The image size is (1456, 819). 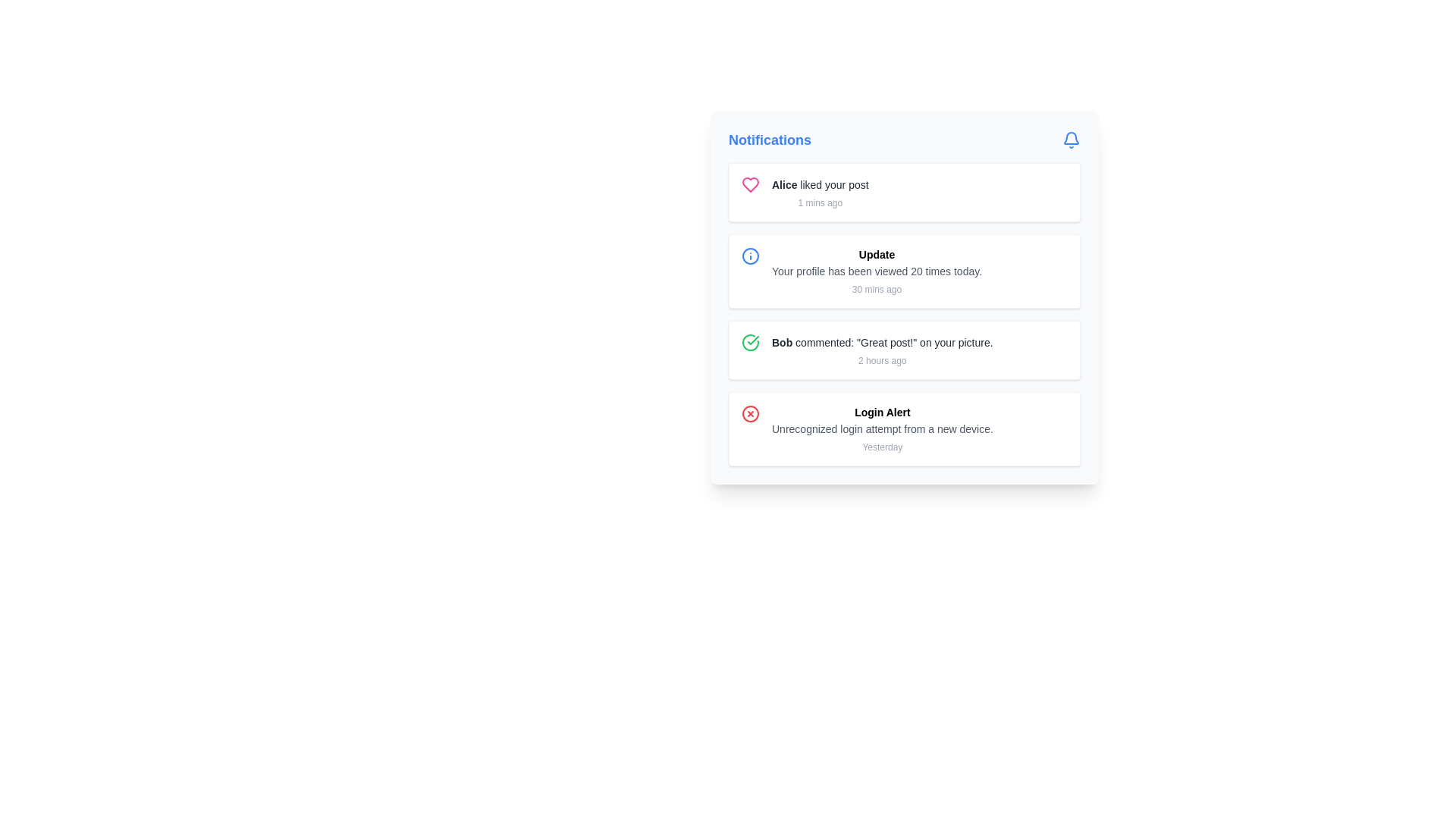 I want to click on the static text notification indicating that 'Alice' liked the user's post, which is located in the first notification card, next to the pink heart icon and beneath the 'Notifications' header, so click(x=819, y=192).